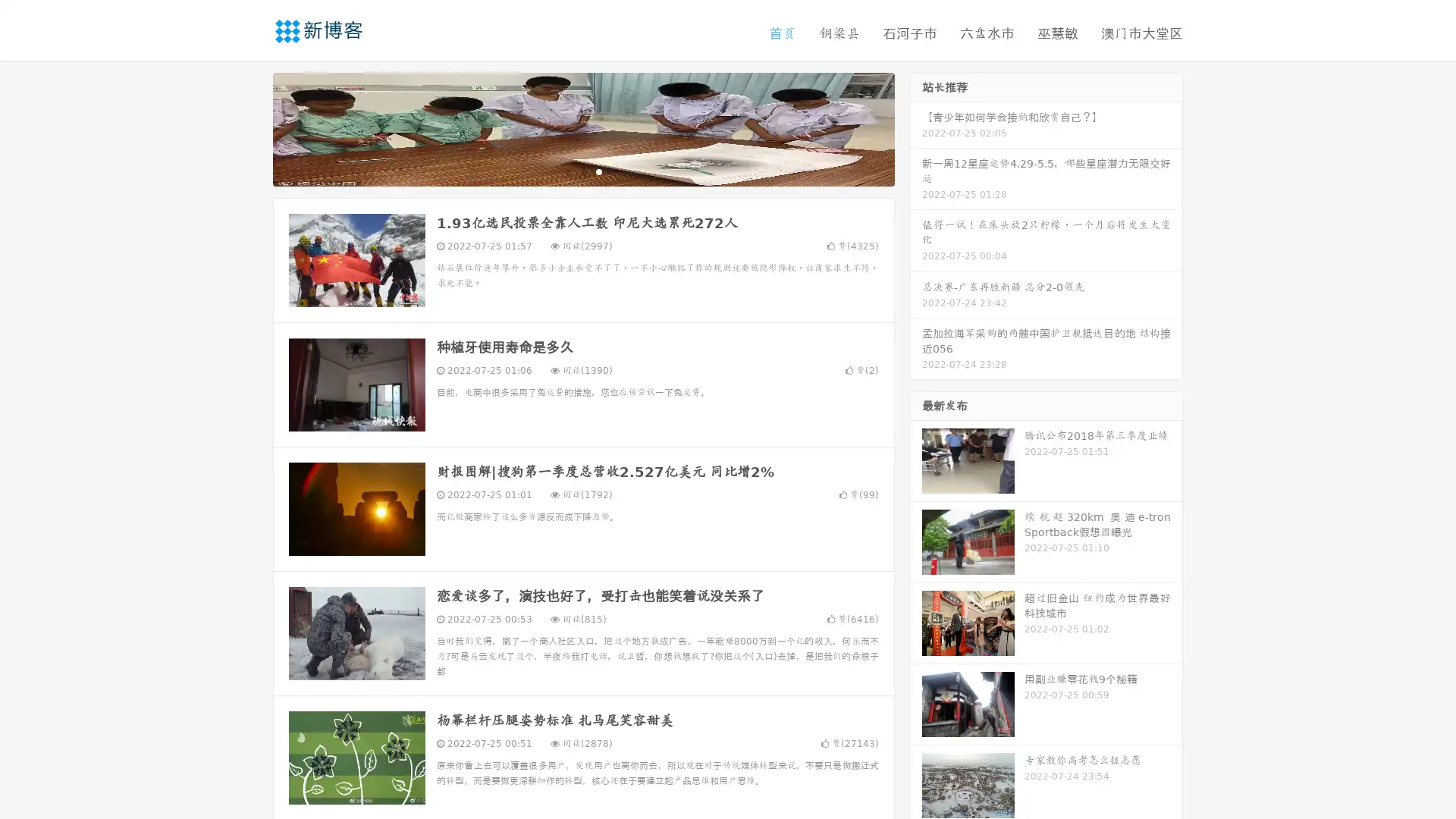  What do you see at coordinates (567, 171) in the screenshot?
I see `Go to slide 1` at bounding box center [567, 171].